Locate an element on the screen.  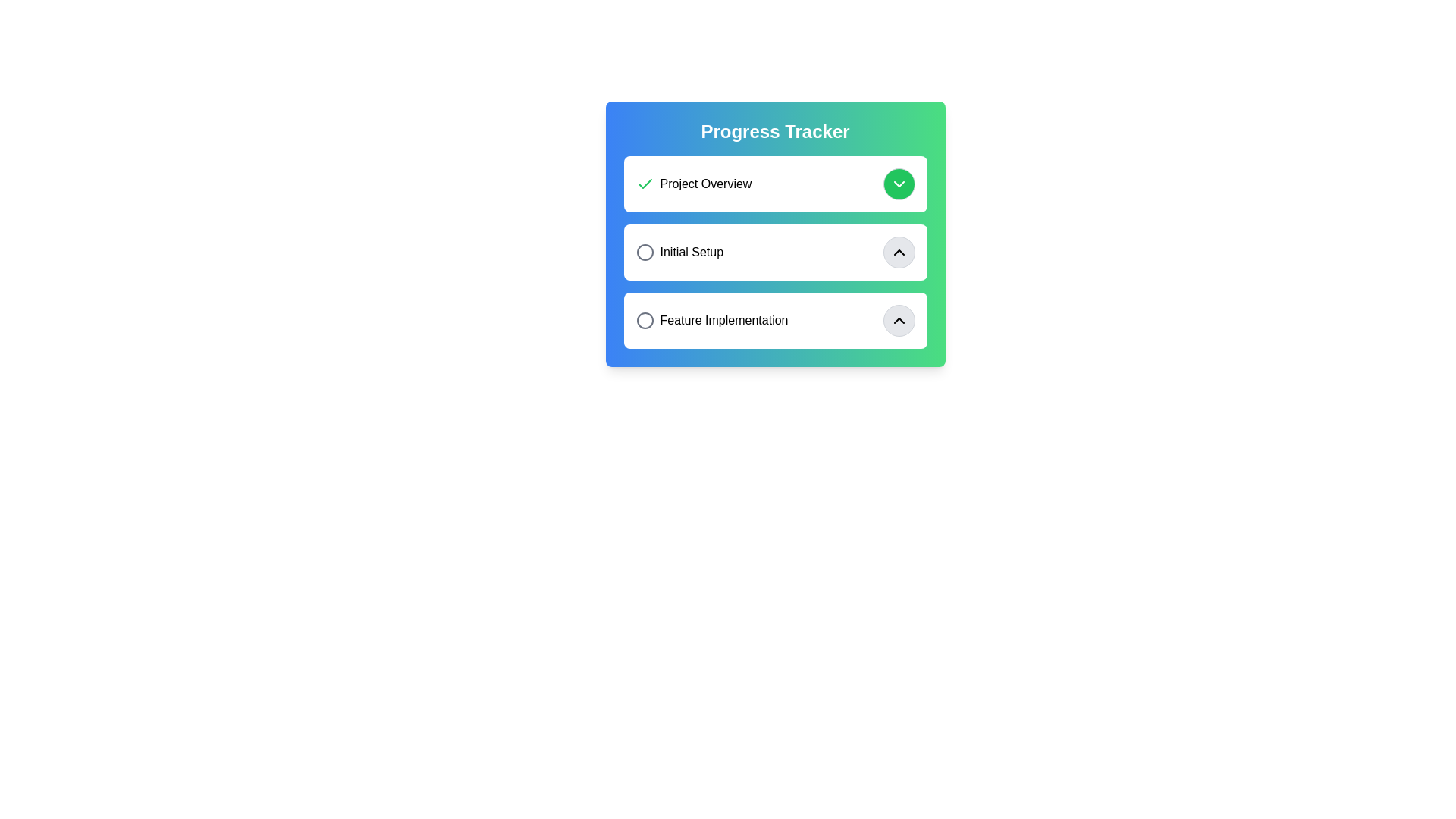
the SVG graphic (circle outline) that represents the second step in the 'Progress Tracker' labeled 'Initial Setup' is located at coordinates (645, 251).